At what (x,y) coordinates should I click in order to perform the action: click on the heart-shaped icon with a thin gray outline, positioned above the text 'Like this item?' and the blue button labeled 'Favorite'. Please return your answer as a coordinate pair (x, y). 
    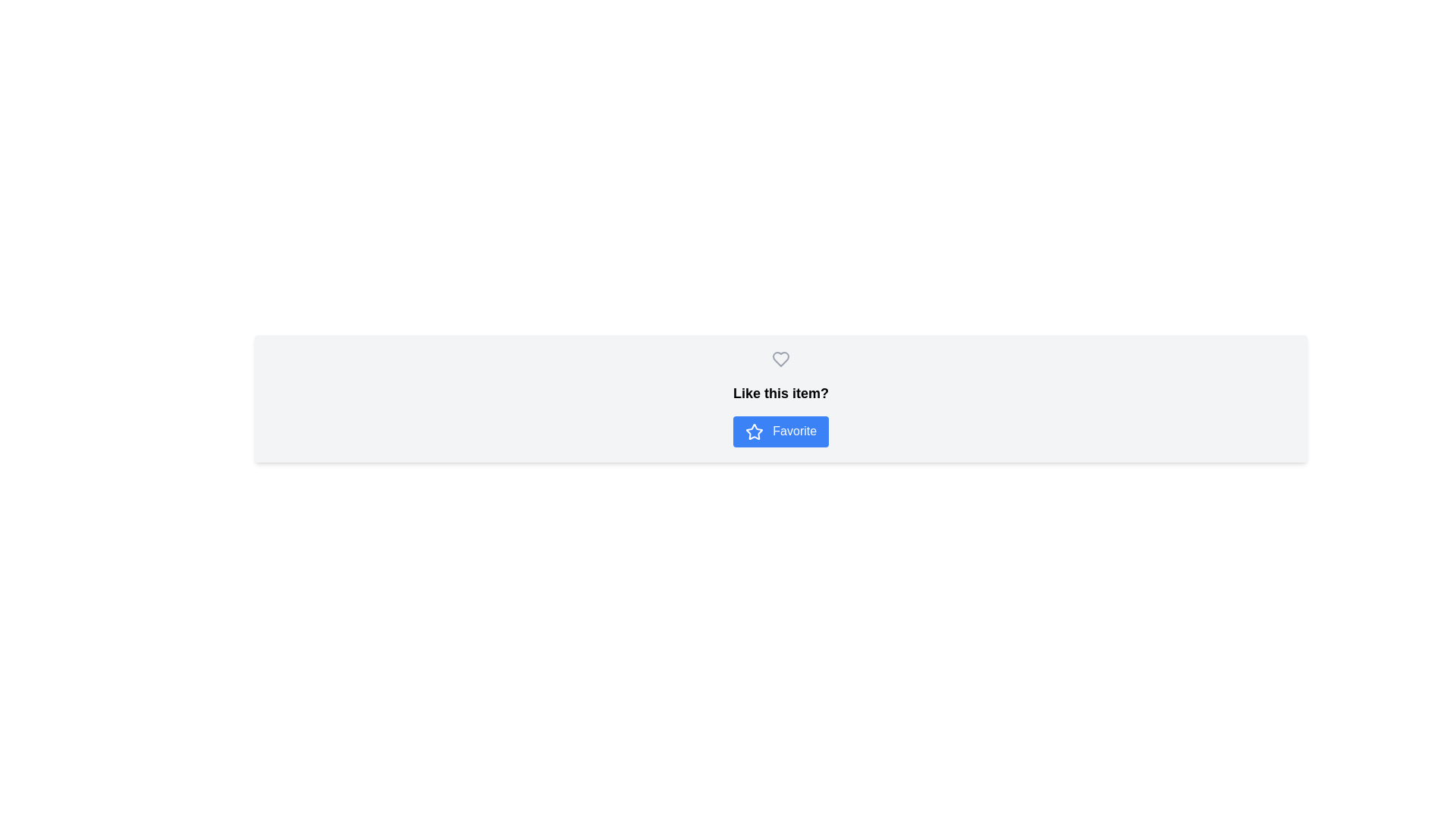
    Looking at the image, I should click on (781, 359).